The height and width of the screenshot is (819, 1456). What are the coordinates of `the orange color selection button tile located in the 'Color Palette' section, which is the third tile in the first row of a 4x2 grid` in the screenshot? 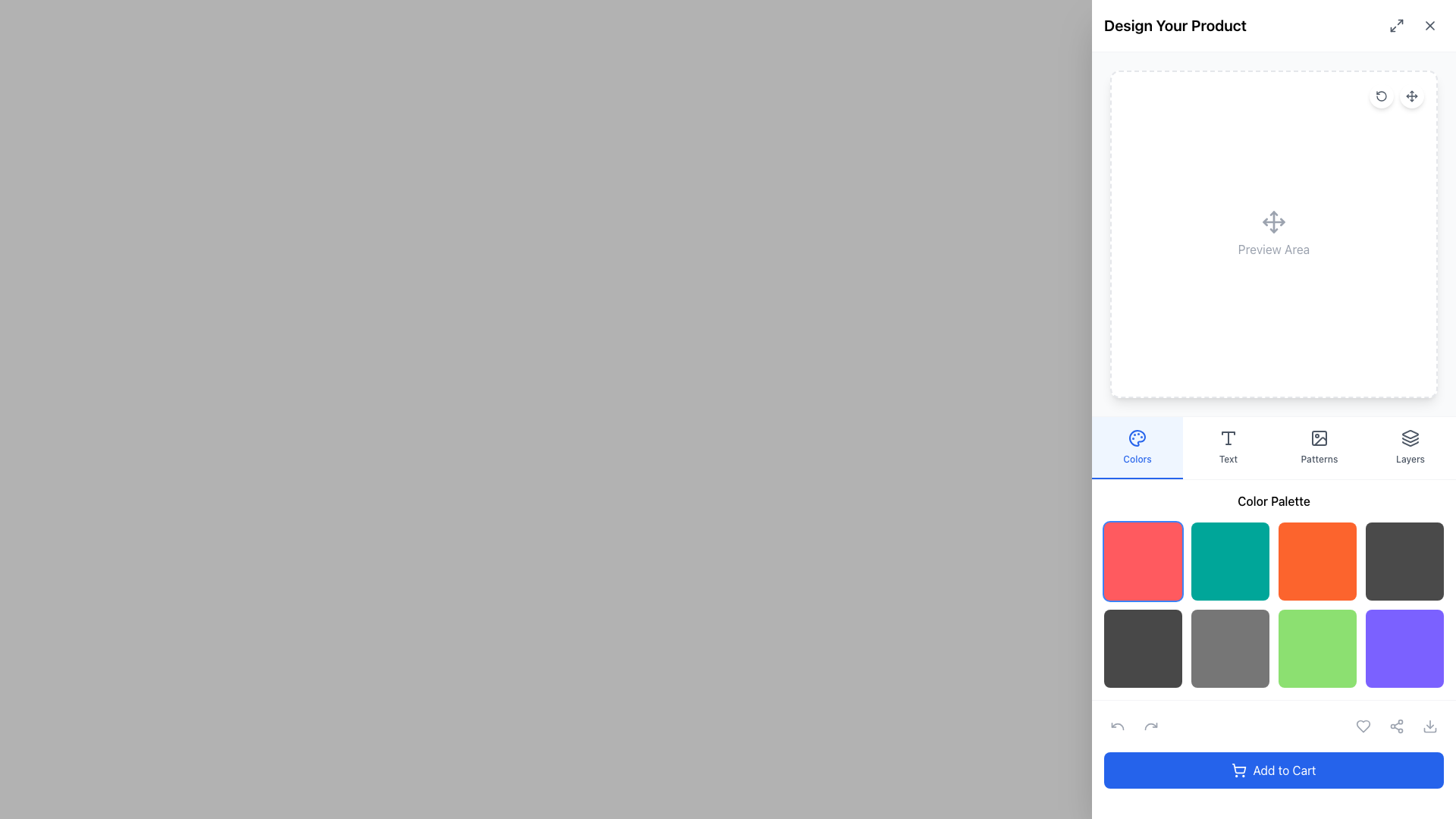 It's located at (1316, 561).